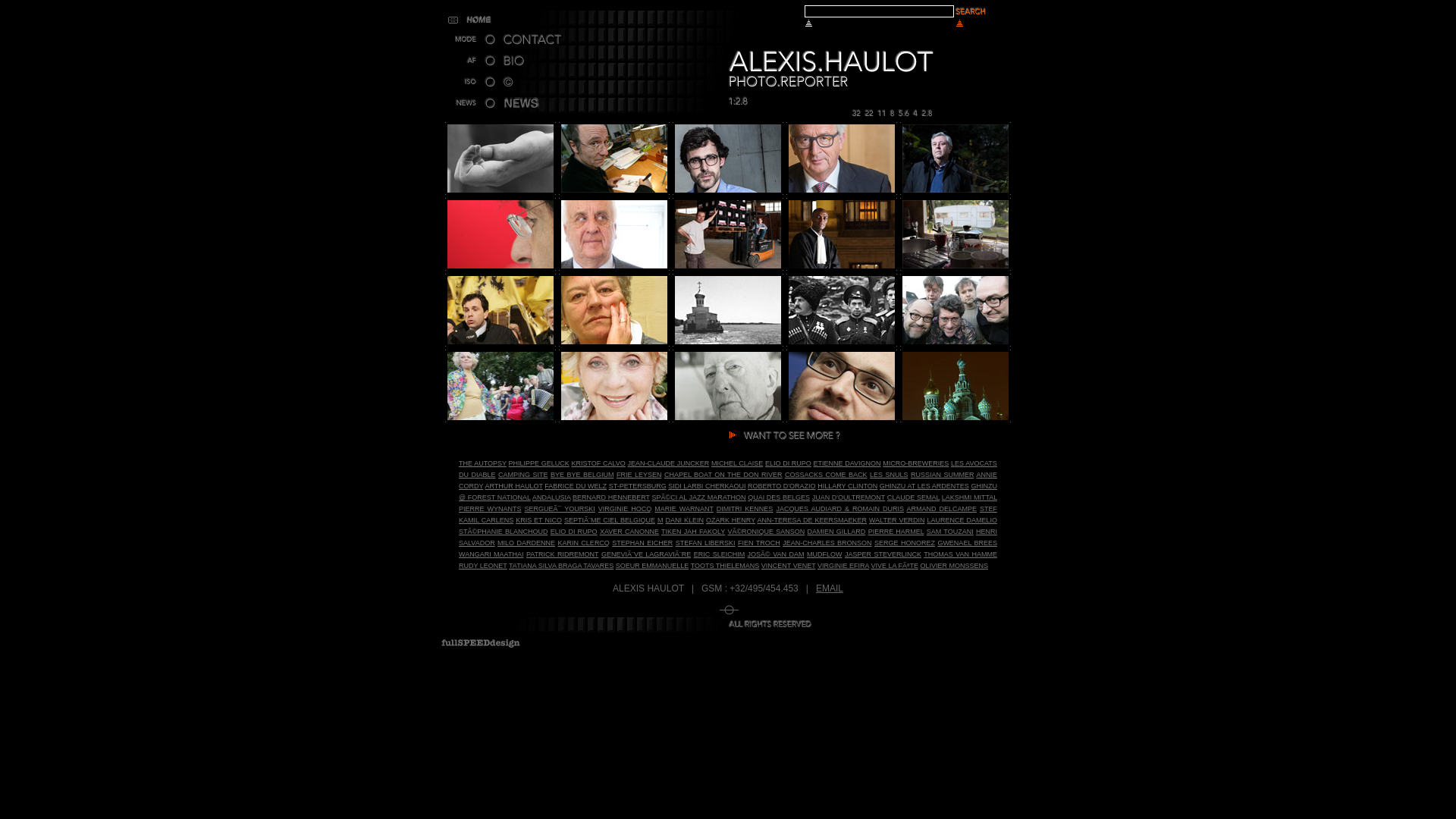 The height and width of the screenshot is (819, 1456). What do you see at coordinates (728, 513) in the screenshot?
I see `'STEF KAMIL CARLENS'` at bounding box center [728, 513].